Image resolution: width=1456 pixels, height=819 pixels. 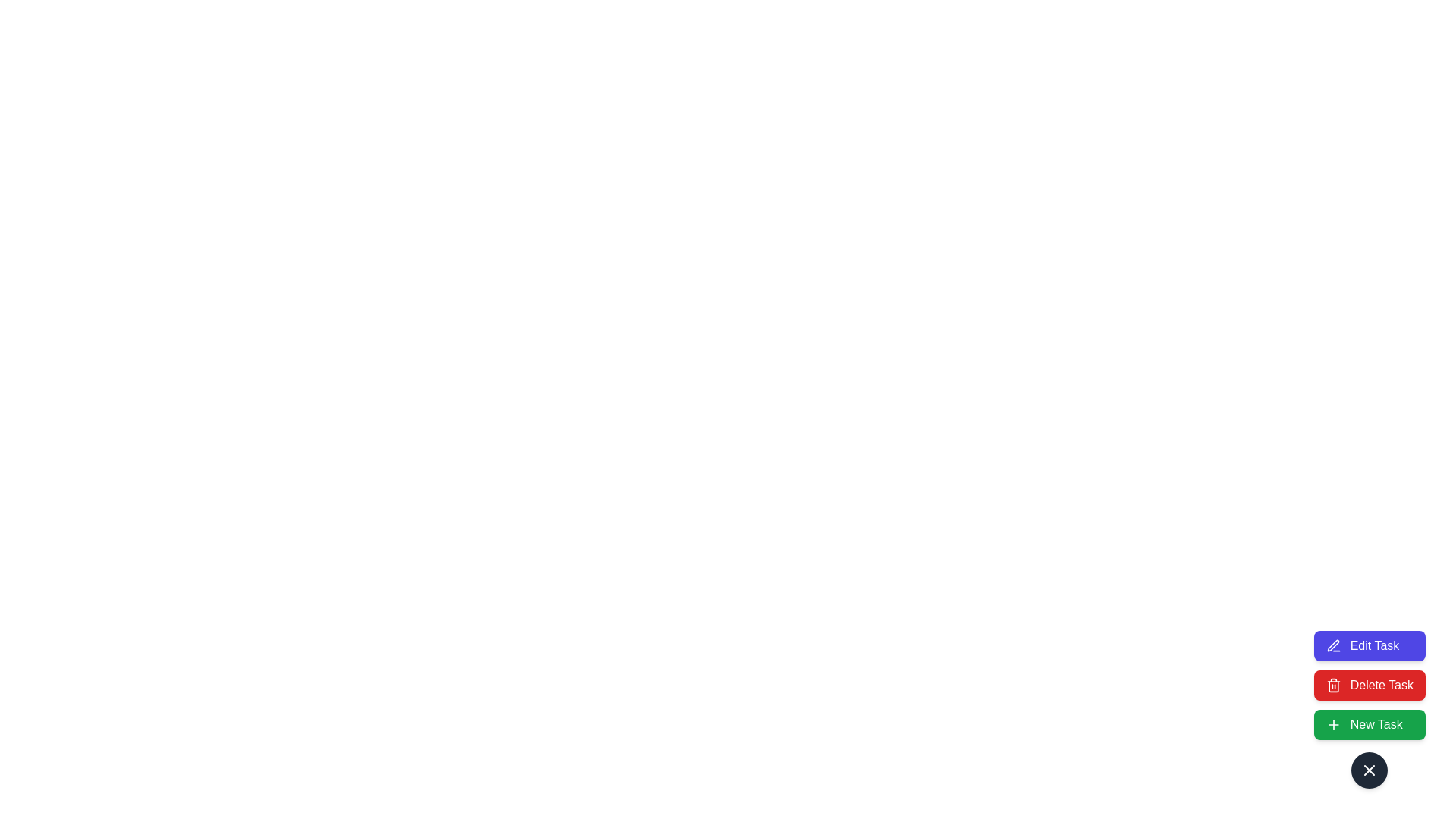 What do you see at coordinates (1369, 685) in the screenshot?
I see `'Delete Task' button` at bounding box center [1369, 685].